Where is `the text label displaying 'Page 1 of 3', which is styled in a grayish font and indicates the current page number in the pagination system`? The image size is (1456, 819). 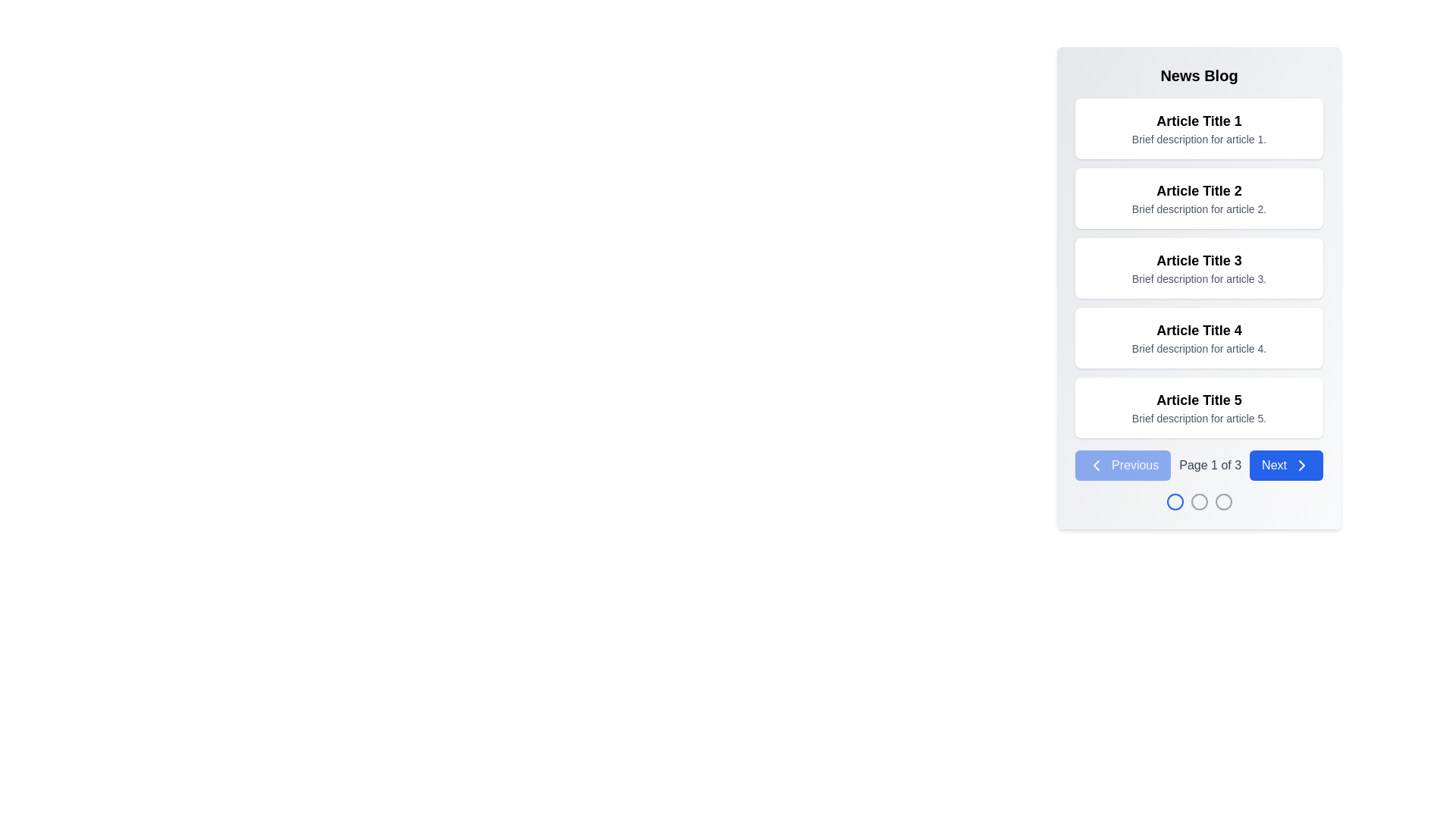 the text label displaying 'Page 1 of 3', which is styled in a grayish font and indicates the current page number in the pagination system is located at coordinates (1210, 464).